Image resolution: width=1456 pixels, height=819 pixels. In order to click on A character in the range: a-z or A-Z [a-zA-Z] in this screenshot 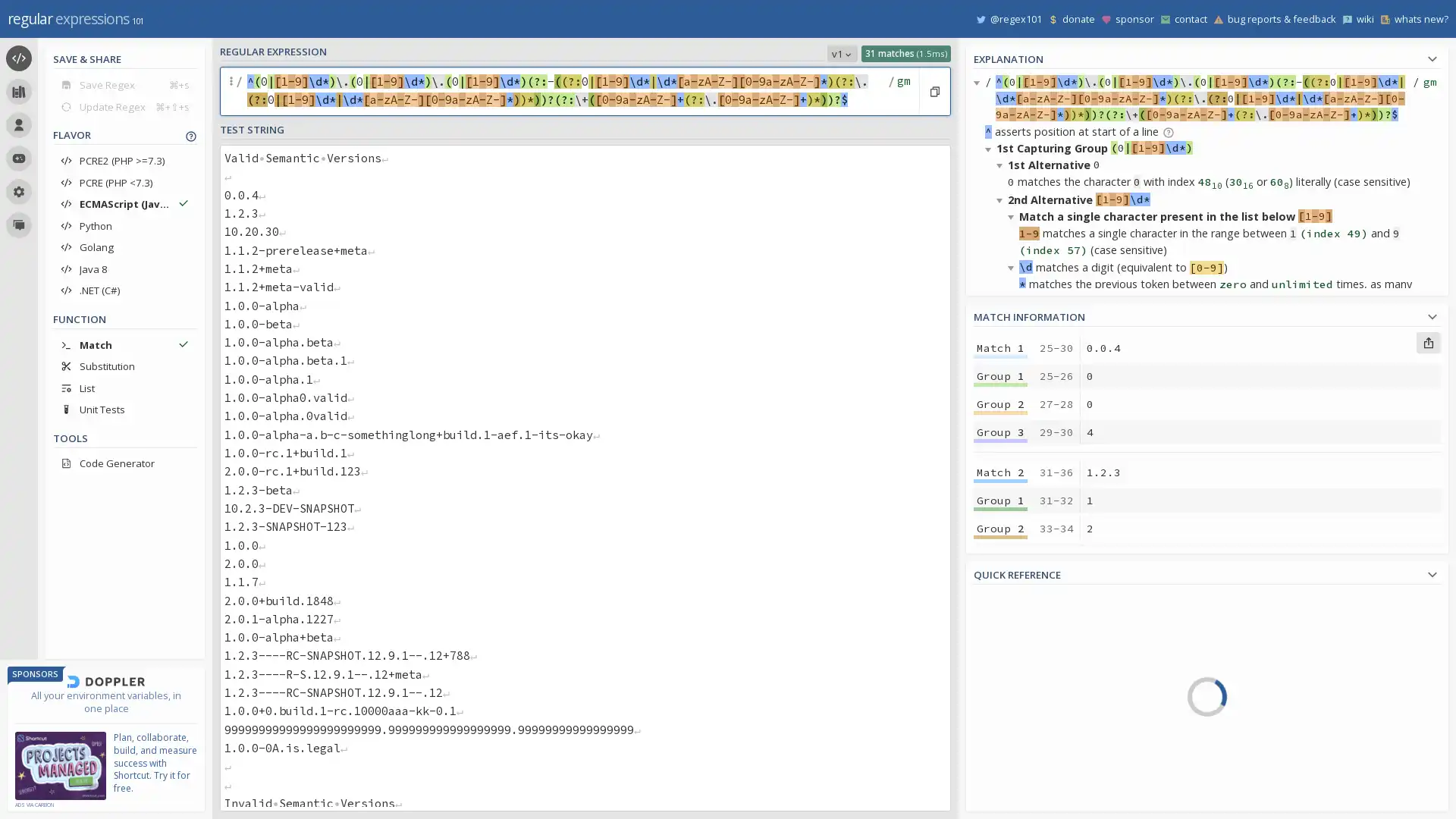, I will do `click(1282, 687)`.